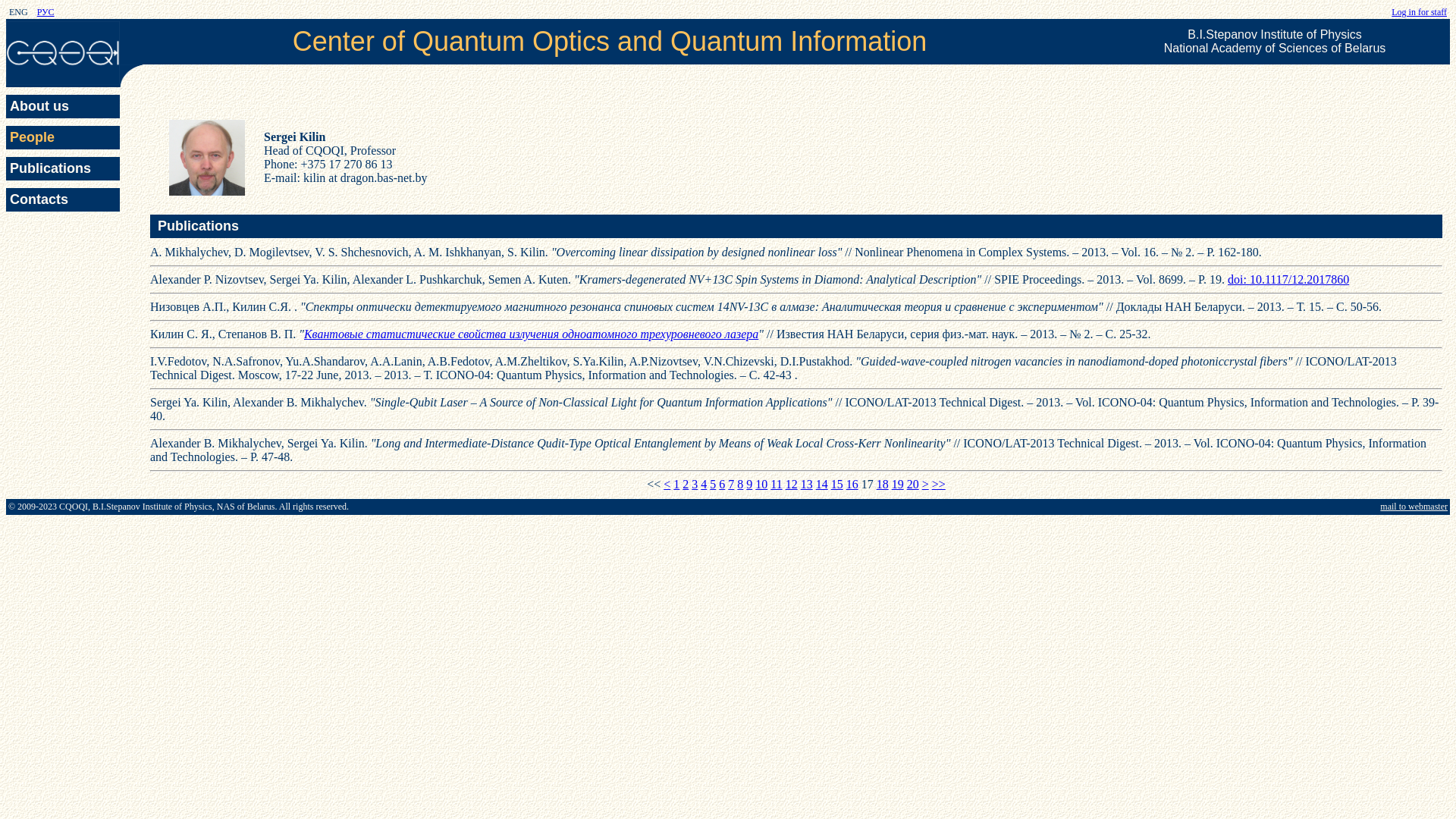  Describe the element at coordinates (912, 484) in the screenshot. I see `'20'` at that location.